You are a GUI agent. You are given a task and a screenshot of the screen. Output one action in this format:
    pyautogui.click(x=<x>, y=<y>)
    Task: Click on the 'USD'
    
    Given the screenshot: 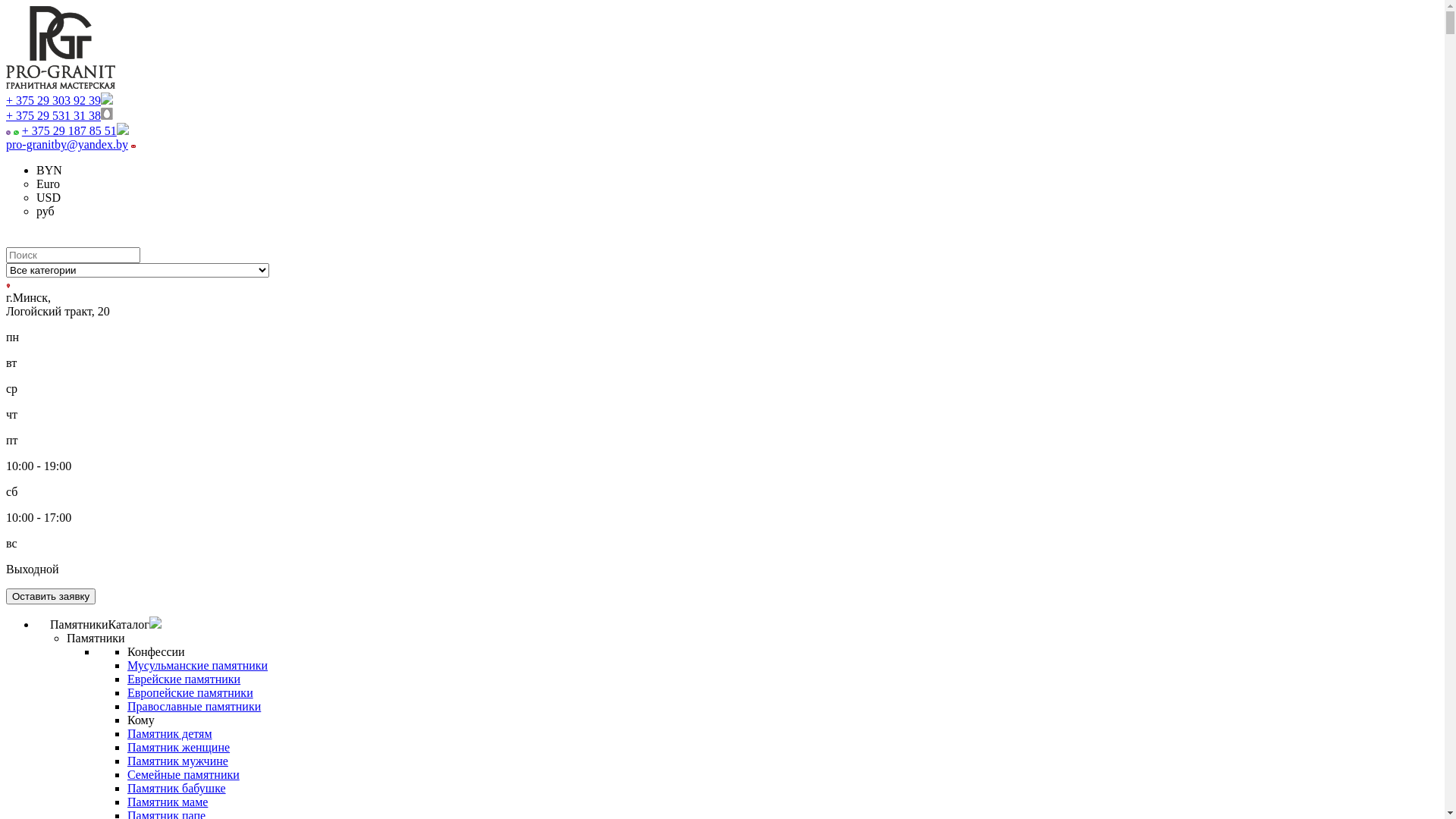 What is the action you would take?
    pyautogui.click(x=48, y=196)
    